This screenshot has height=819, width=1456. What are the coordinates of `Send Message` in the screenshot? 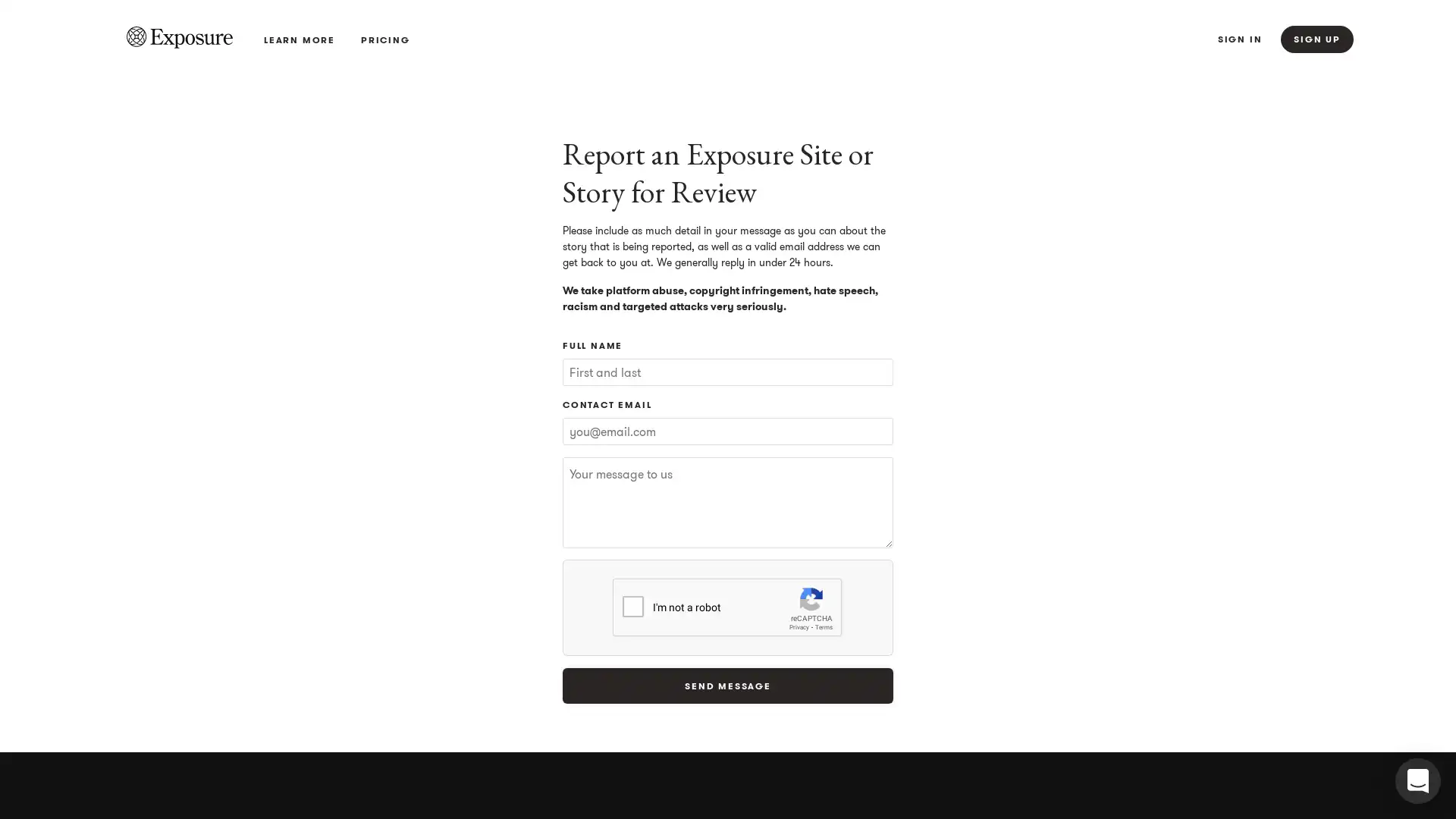 It's located at (728, 686).